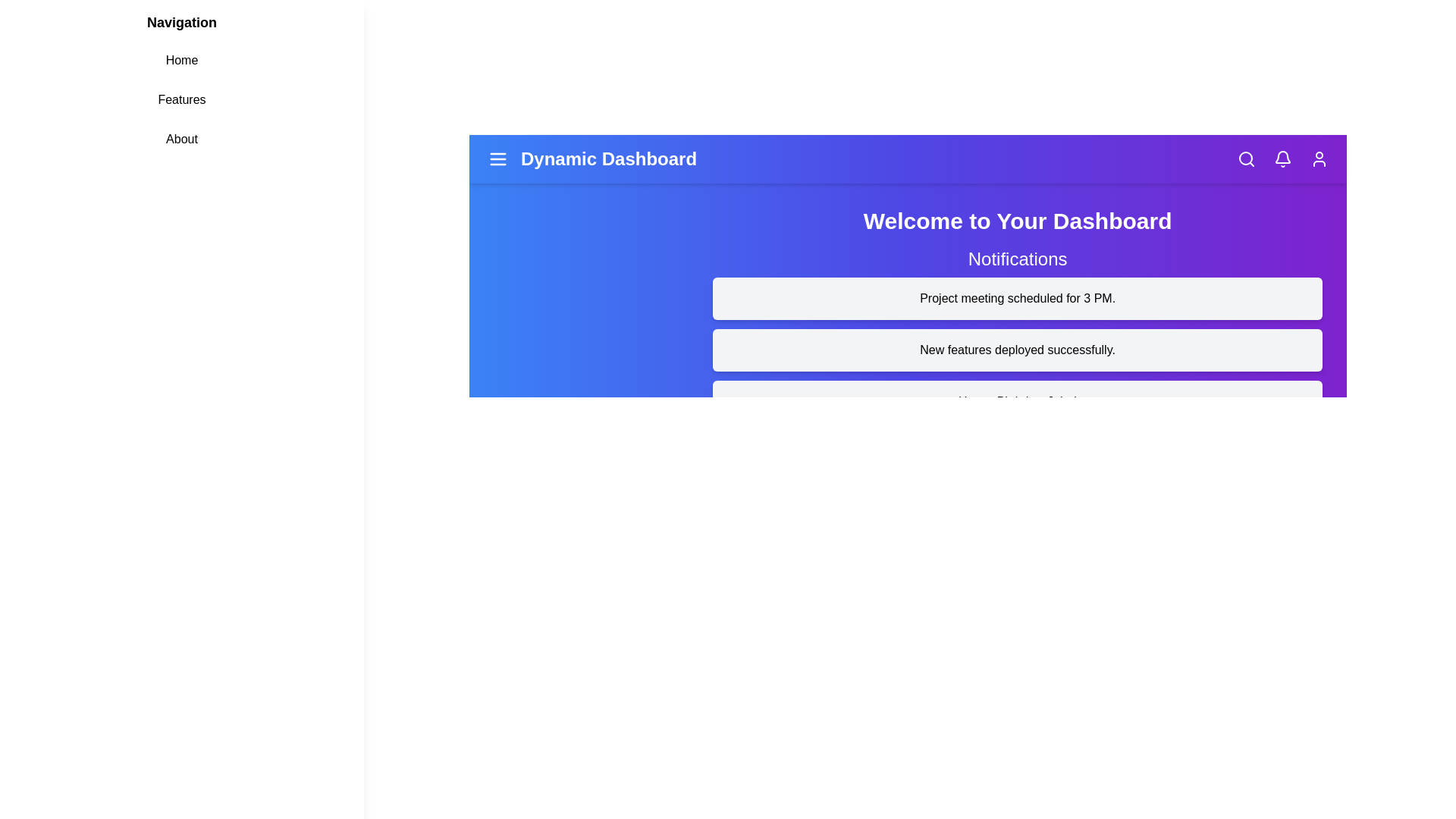 This screenshot has width=1456, height=819. What do you see at coordinates (182, 99) in the screenshot?
I see `the 'Features' link in the navigation menu` at bounding box center [182, 99].